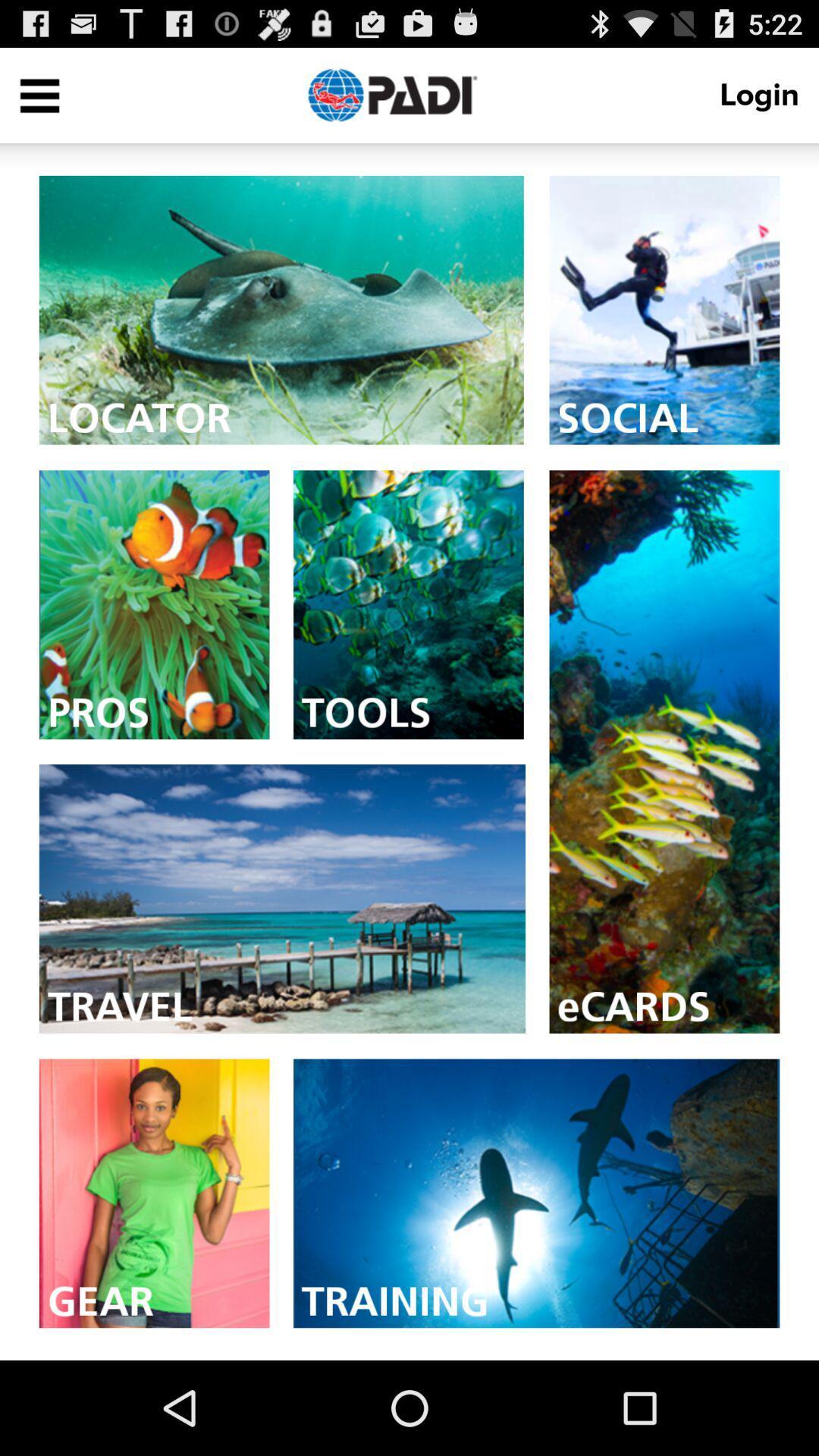 The image size is (819, 1456). I want to click on link to ecards option, so click(664, 752).